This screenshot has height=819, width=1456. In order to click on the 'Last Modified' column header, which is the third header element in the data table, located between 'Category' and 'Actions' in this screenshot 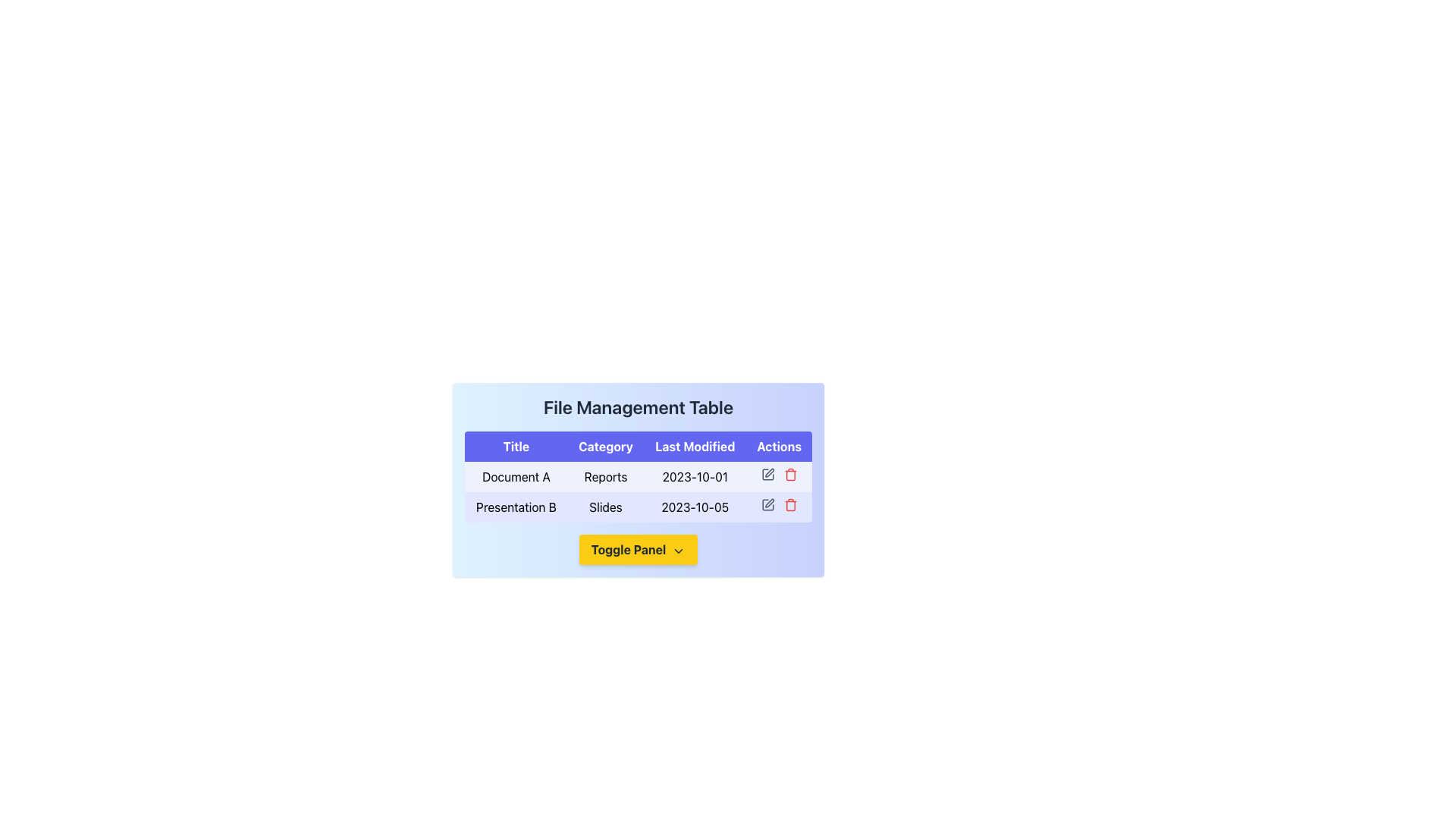, I will do `click(694, 446)`.